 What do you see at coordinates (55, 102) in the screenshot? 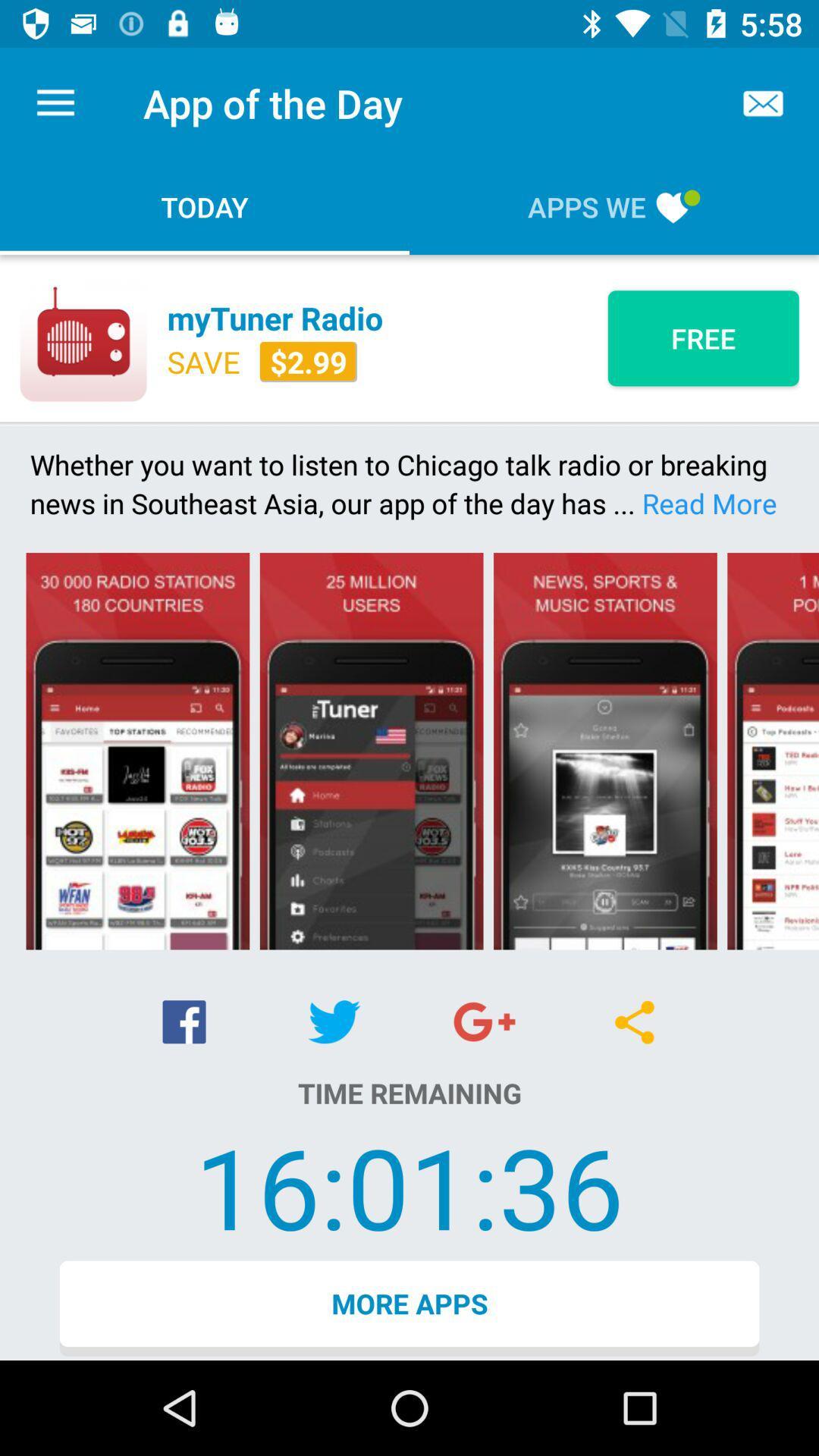
I see `the icon next to the app of the` at bounding box center [55, 102].